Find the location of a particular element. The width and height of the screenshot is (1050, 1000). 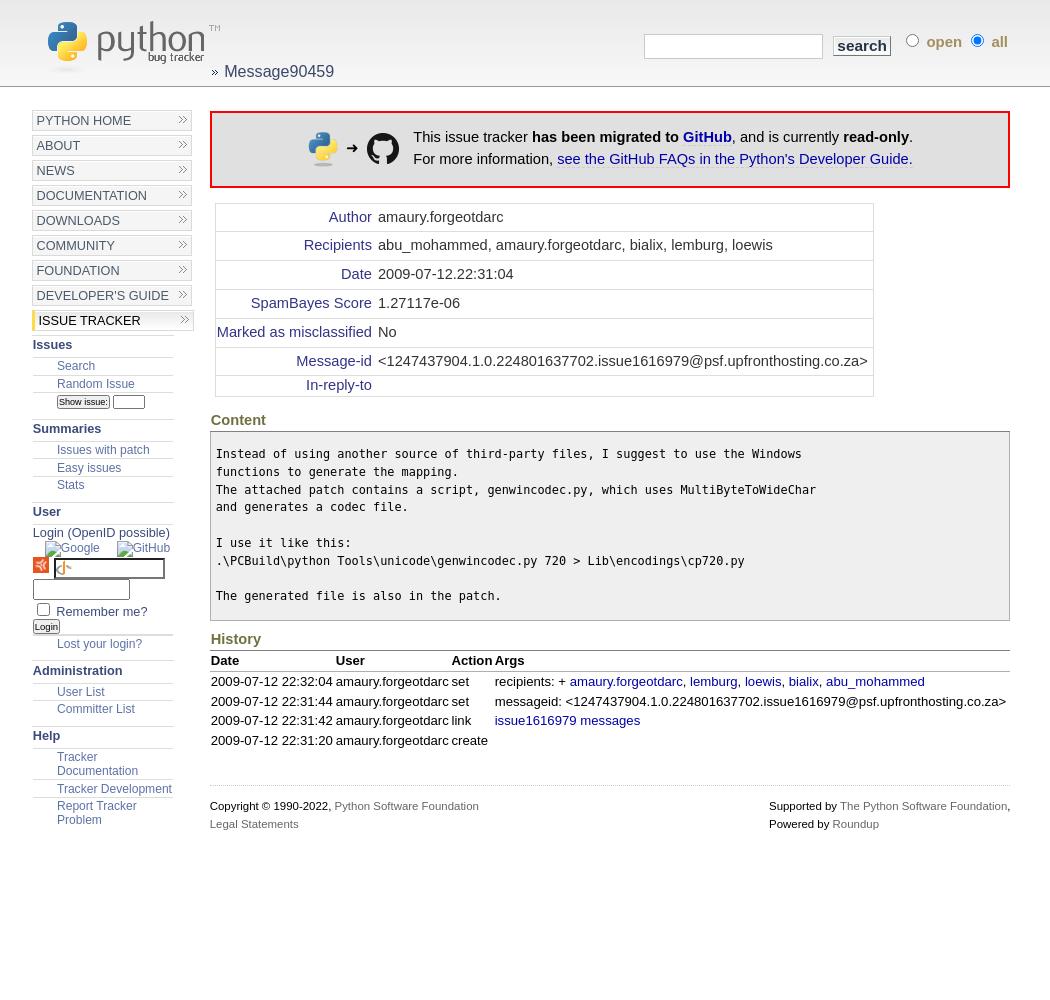

'Documentation' is located at coordinates (91, 194).